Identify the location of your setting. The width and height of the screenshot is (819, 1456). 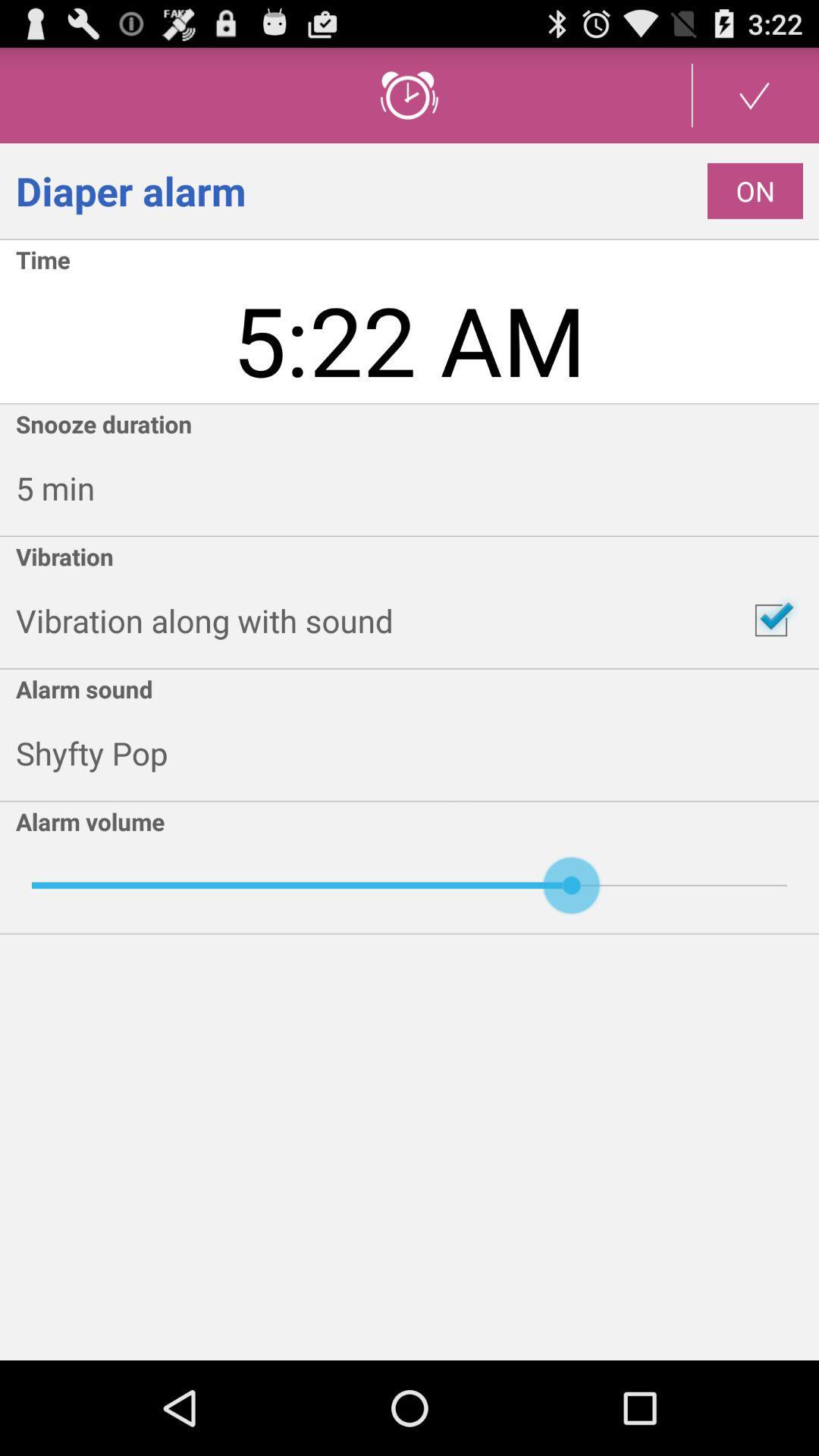
(755, 94).